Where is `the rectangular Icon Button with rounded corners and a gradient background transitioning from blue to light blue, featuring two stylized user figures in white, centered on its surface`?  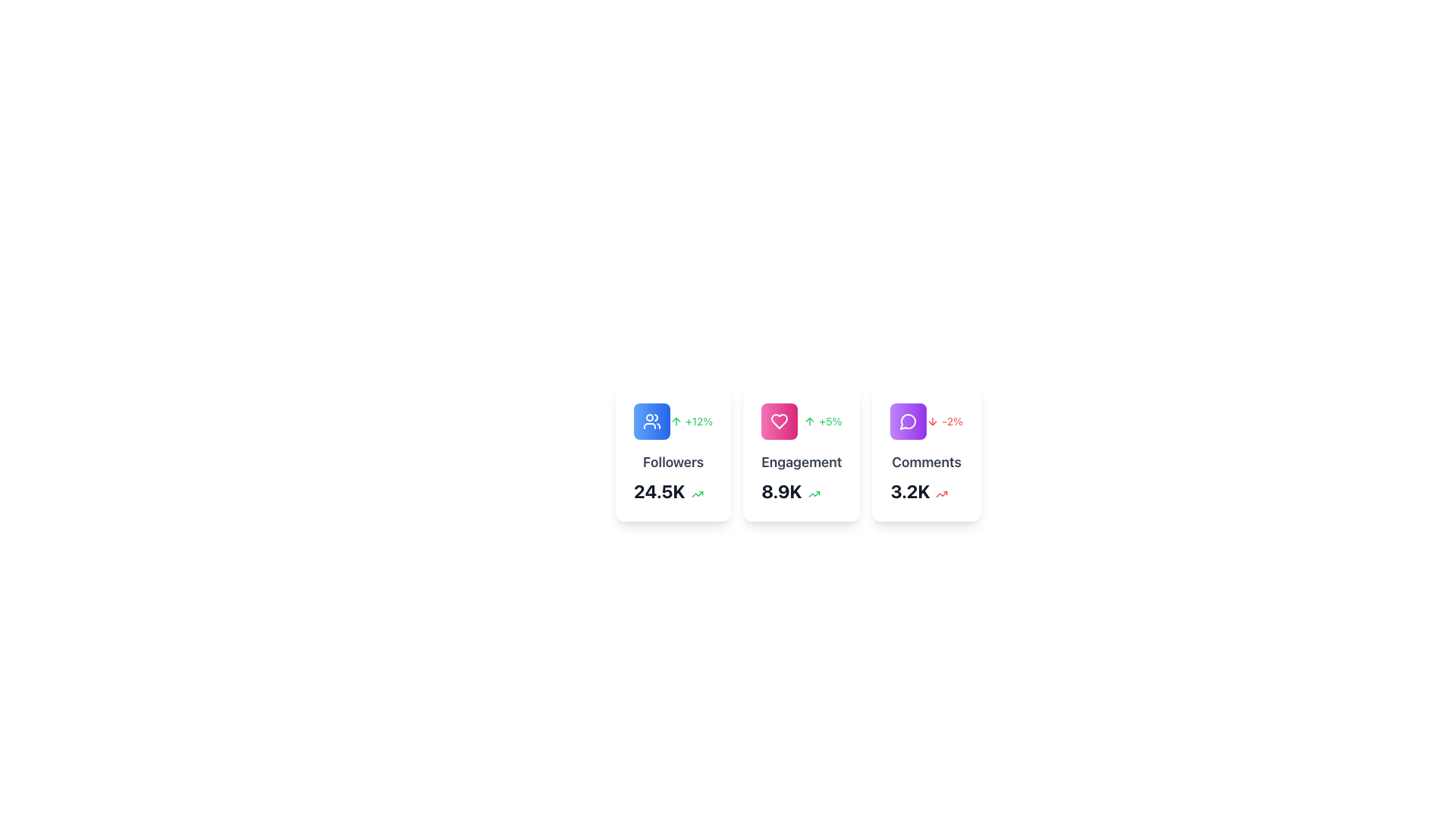 the rectangular Icon Button with rounded corners and a gradient background transitioning from blue to light blue, featuring two stylized user figures in white, centered on its surface is located at coordinates (651, 421).